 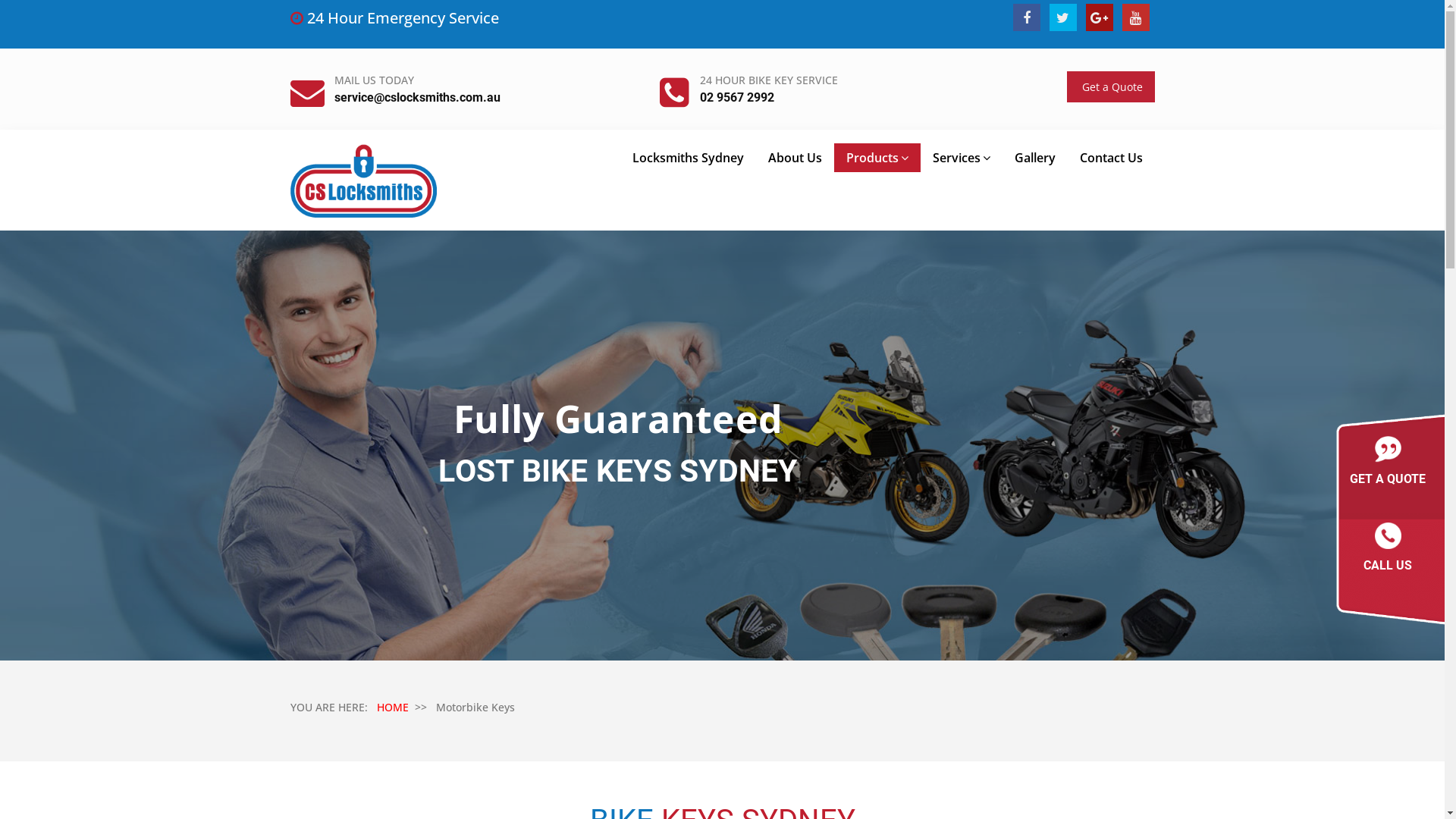 I want to click on 'CALL US', so click(x=1387, y=551).